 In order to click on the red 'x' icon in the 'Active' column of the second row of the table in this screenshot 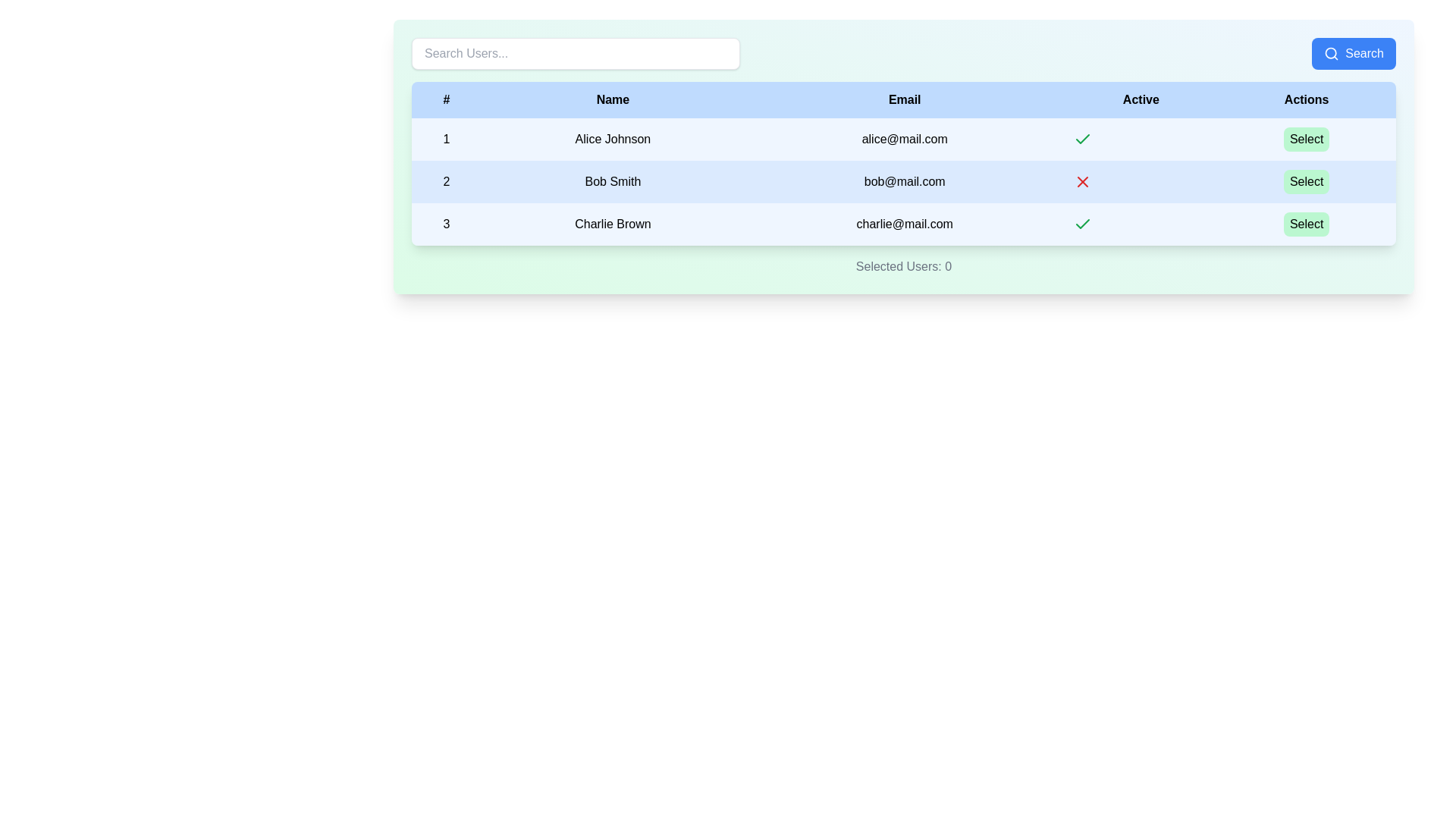, I will do `click(1082, 180)`.